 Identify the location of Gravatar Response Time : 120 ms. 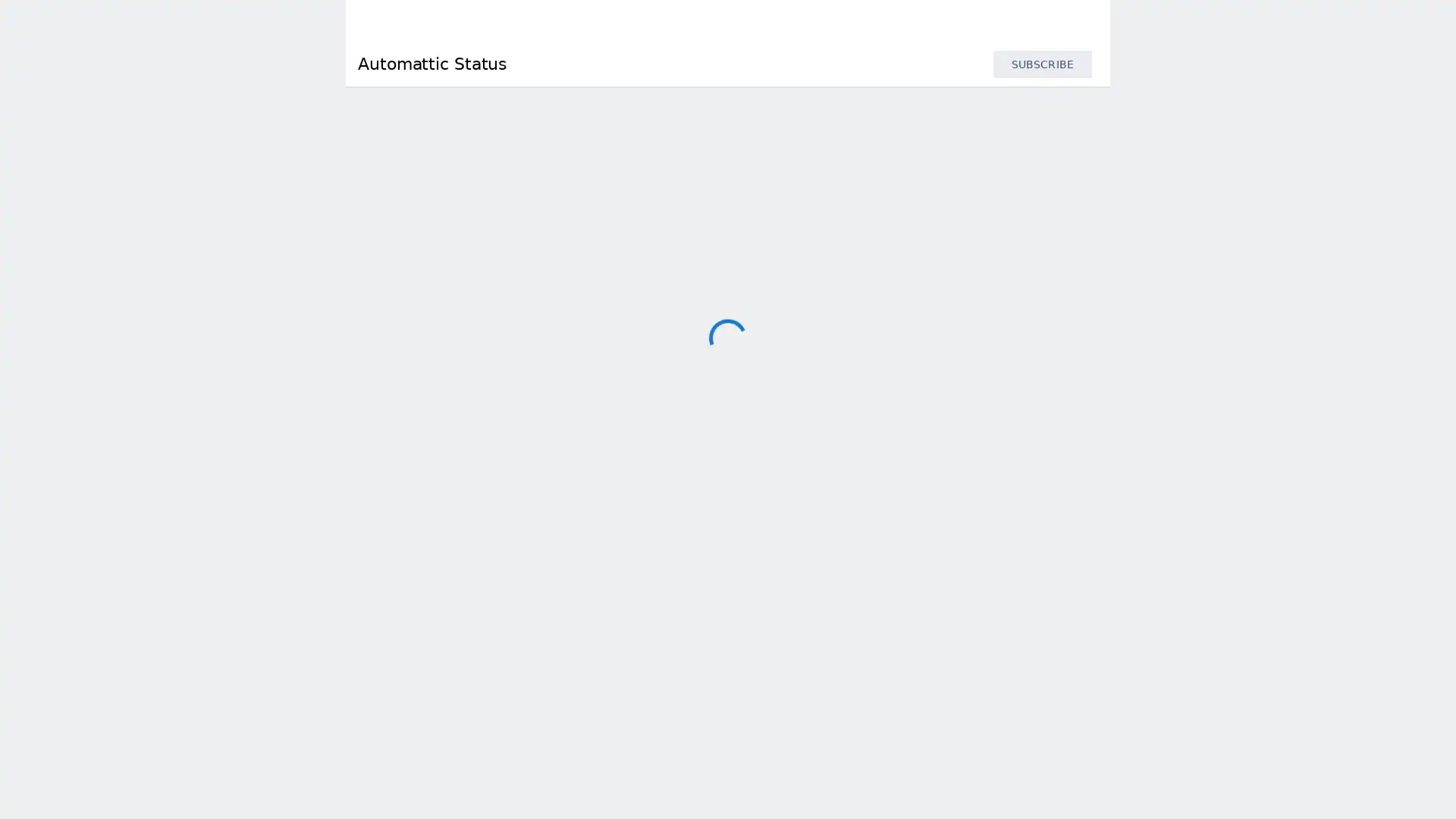
(635, 396).